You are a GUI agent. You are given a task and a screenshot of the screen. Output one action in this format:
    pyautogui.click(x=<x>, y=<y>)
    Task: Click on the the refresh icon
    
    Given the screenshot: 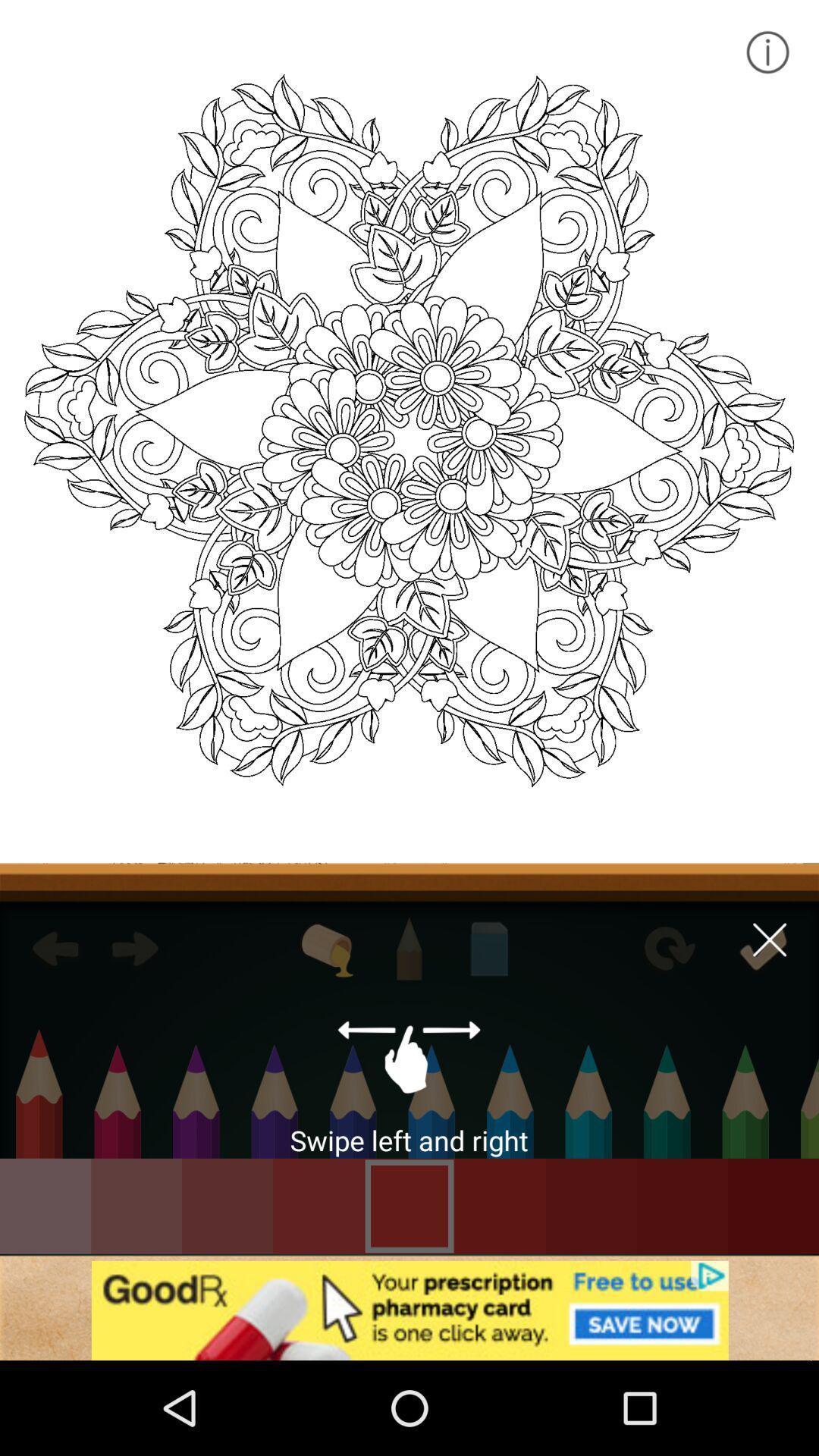 What is the action you would take?
    pyautogui.click(x=667, y=948)
    